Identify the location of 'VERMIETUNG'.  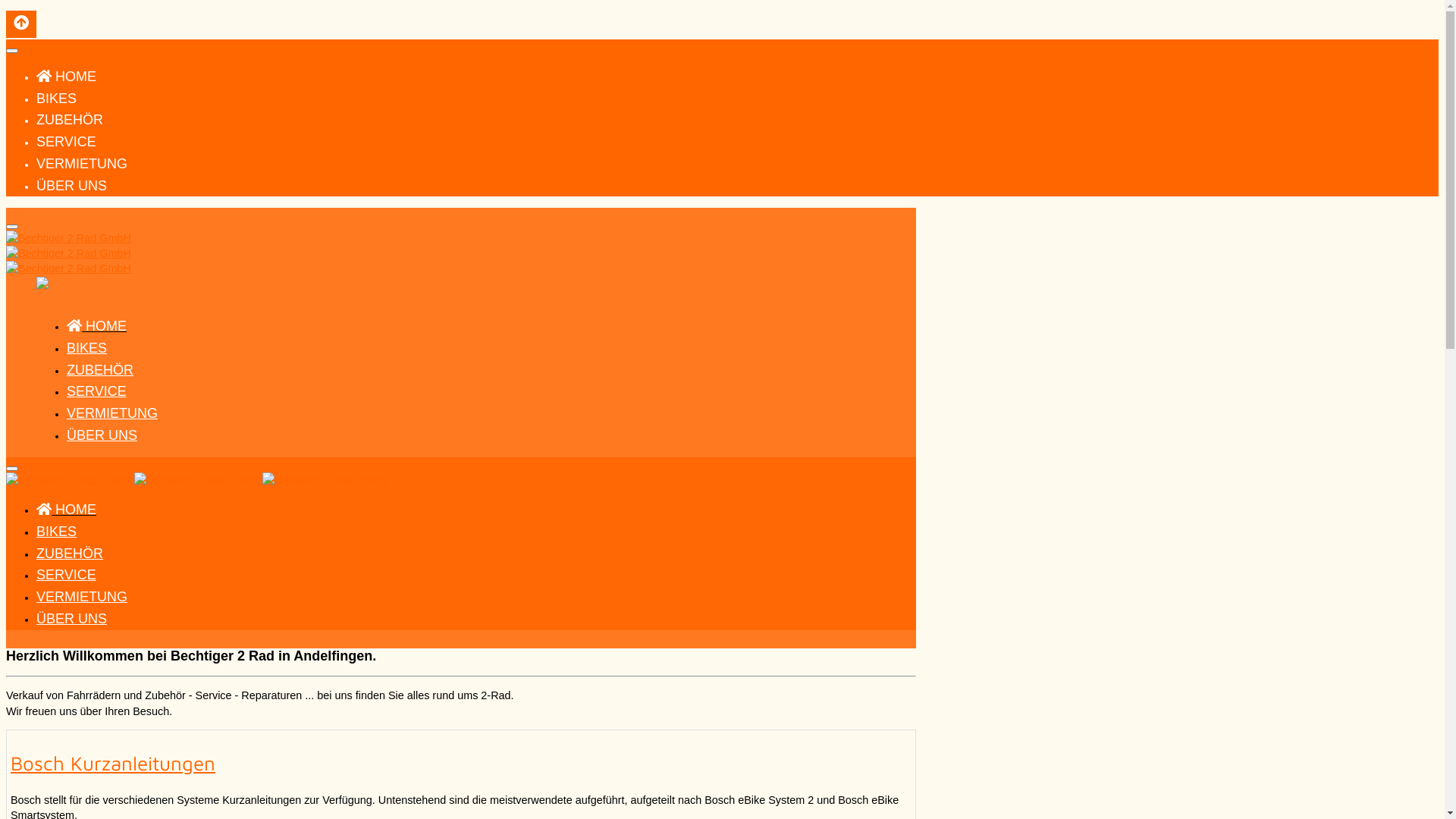
(111, 413).